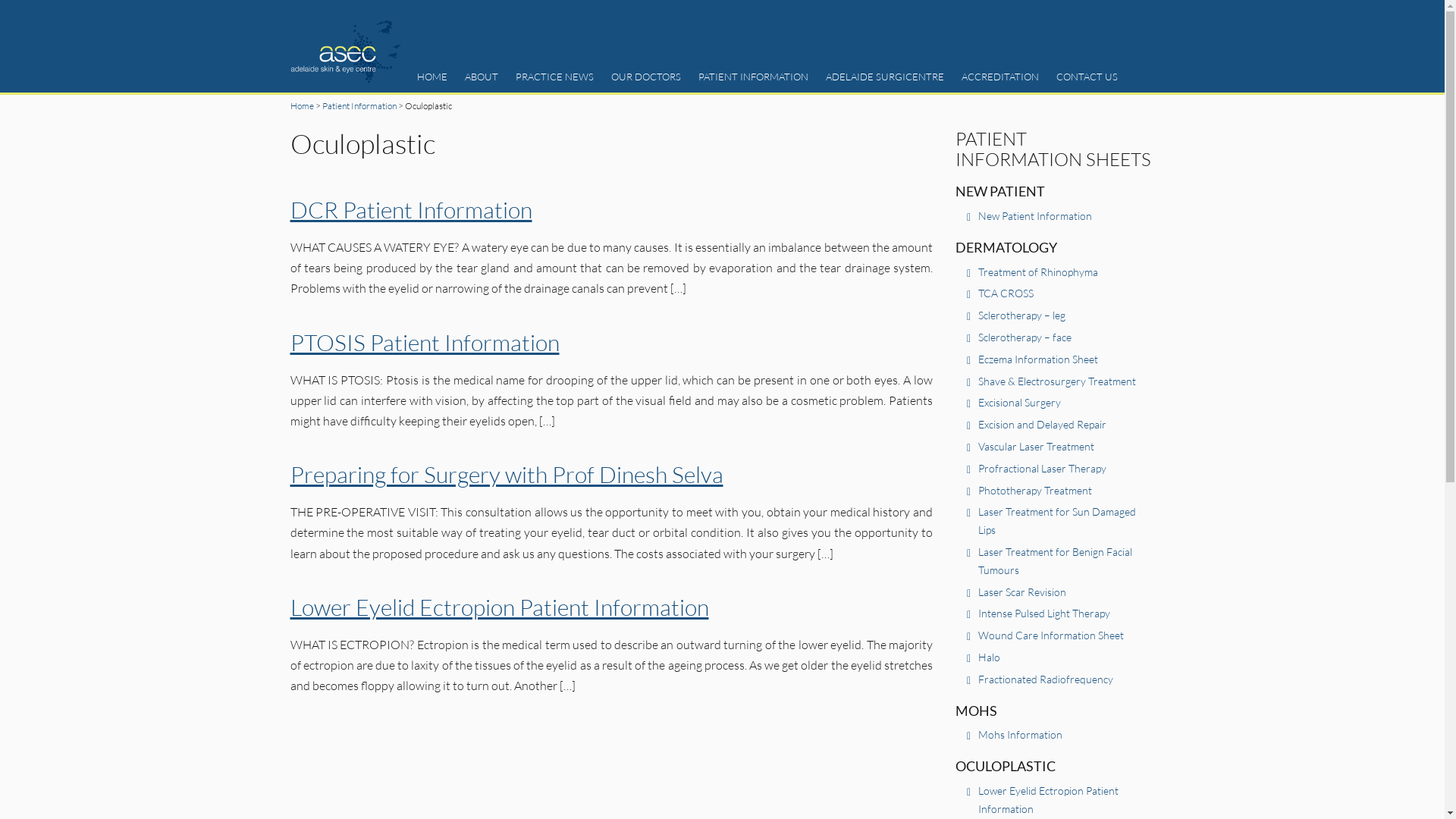 The width and height of the screenshot is (1456, 819). I want to click on 'ADELAIDE SURGICENTRE', so click(817, 76).